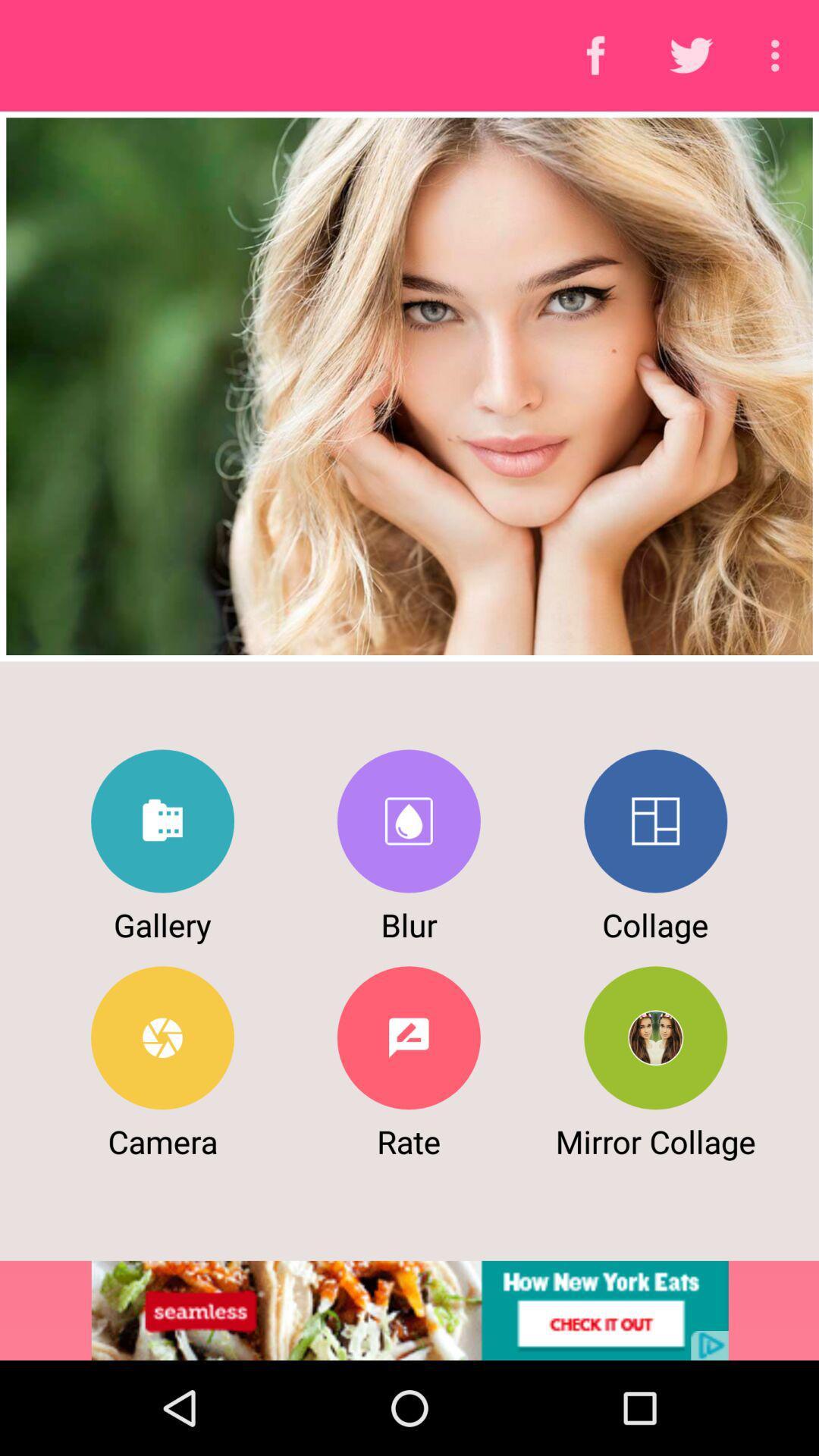 This screenshot has height=1456, width=819. What do you see at coordinates (654, 1037) in the screenshot?
I see `the globe icon` at bounding box center [654, 1037].